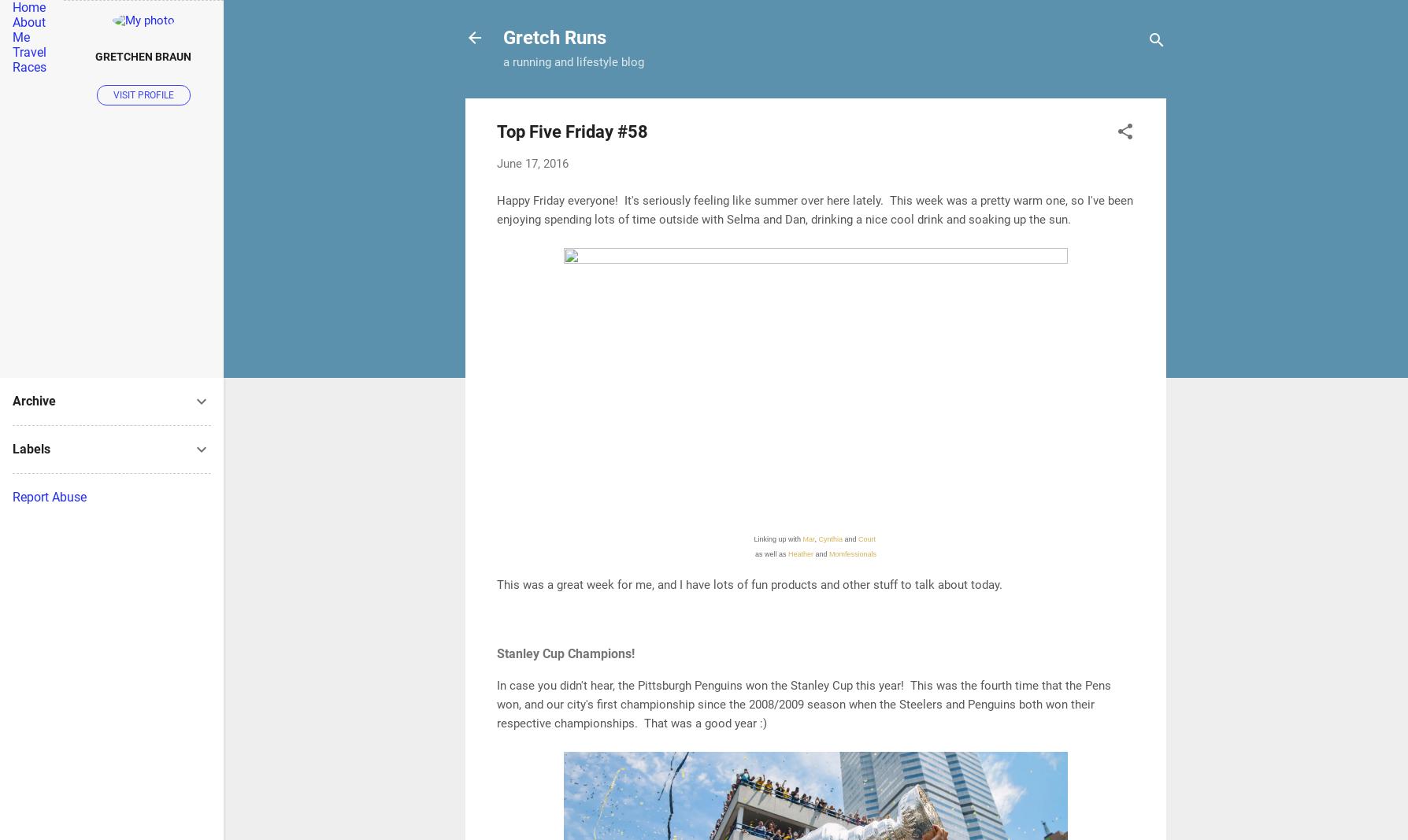 The height and width of the screenshot is (840, 1408). Describe the element at coordinates (143, 54) in the screenshot. I see `'Gretchen Braun'` at that location.